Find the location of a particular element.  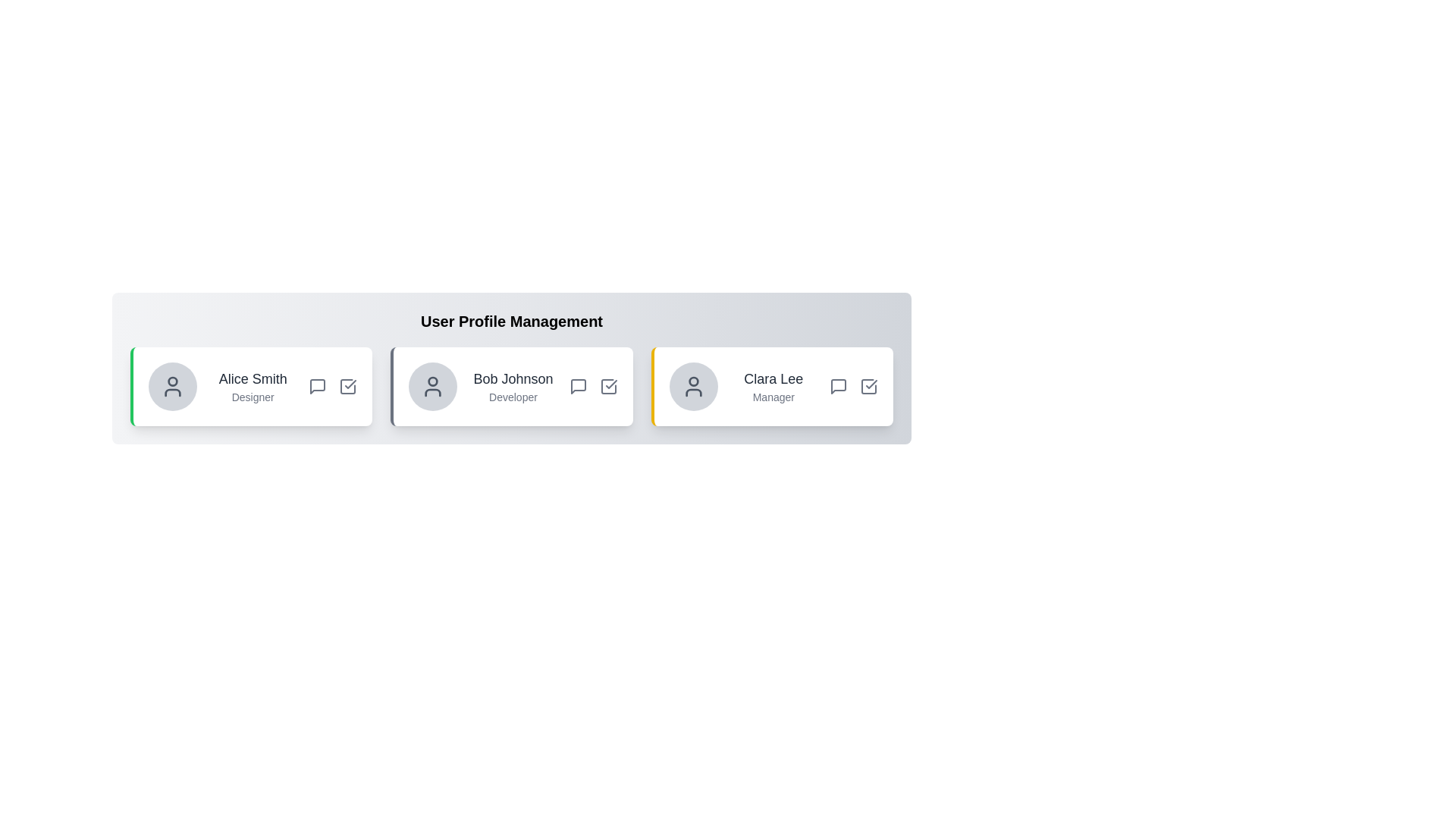

the messaging icon button located is located at coordinates (577, 385).